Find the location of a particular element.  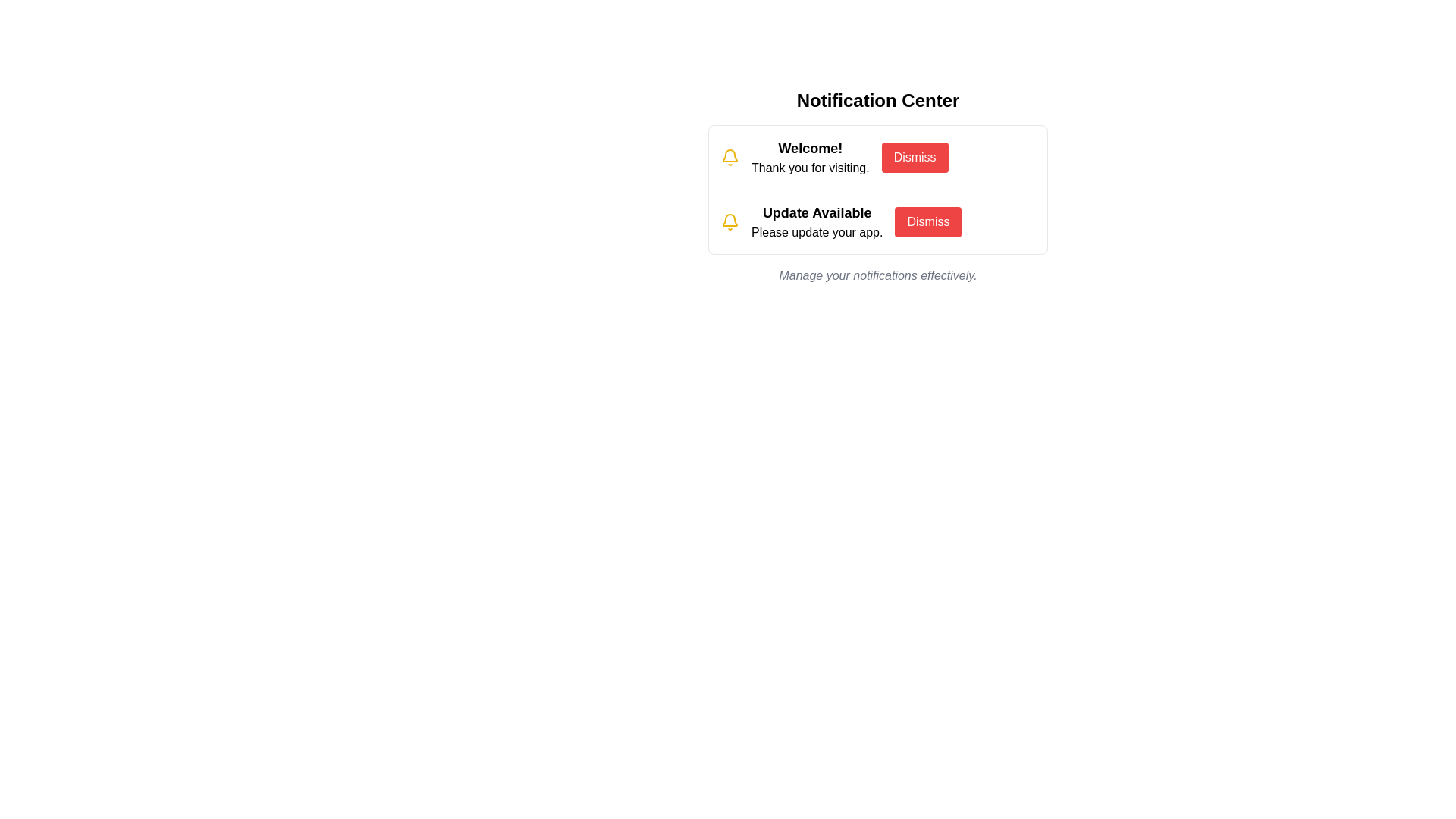

the dismiss button located at the top right corner of the notification card that contains the update notification is located at coordinates (927, 222).